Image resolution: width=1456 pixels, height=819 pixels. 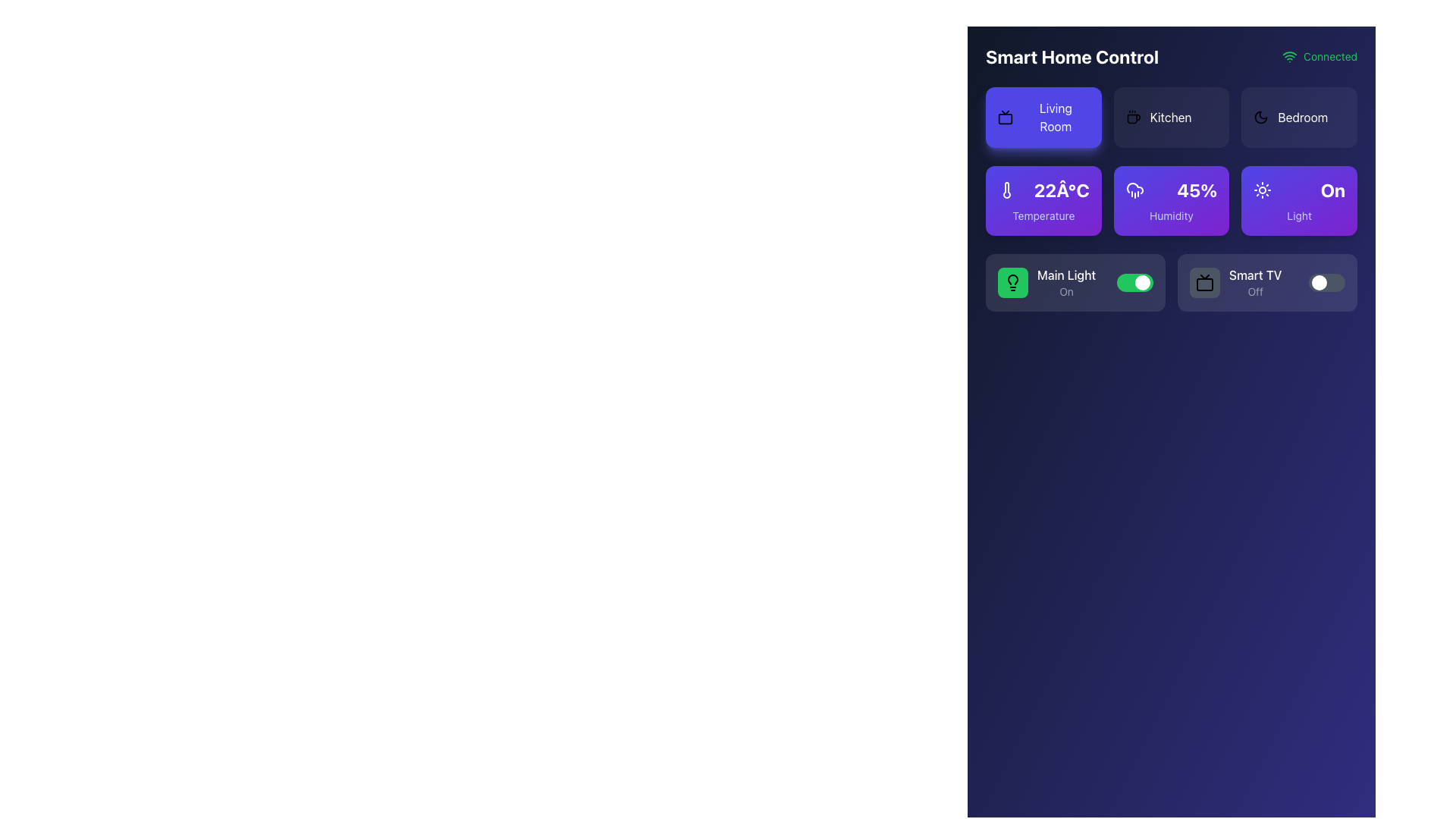 What do you see at coordinates (1203, 283) in the screenshot?
I see `the Decorative icon that symbolizes the 'Smart TV' feature, located in the lower-right area of the interface within the 'Smart TV' UI card` at bounding box center [1203, 283].